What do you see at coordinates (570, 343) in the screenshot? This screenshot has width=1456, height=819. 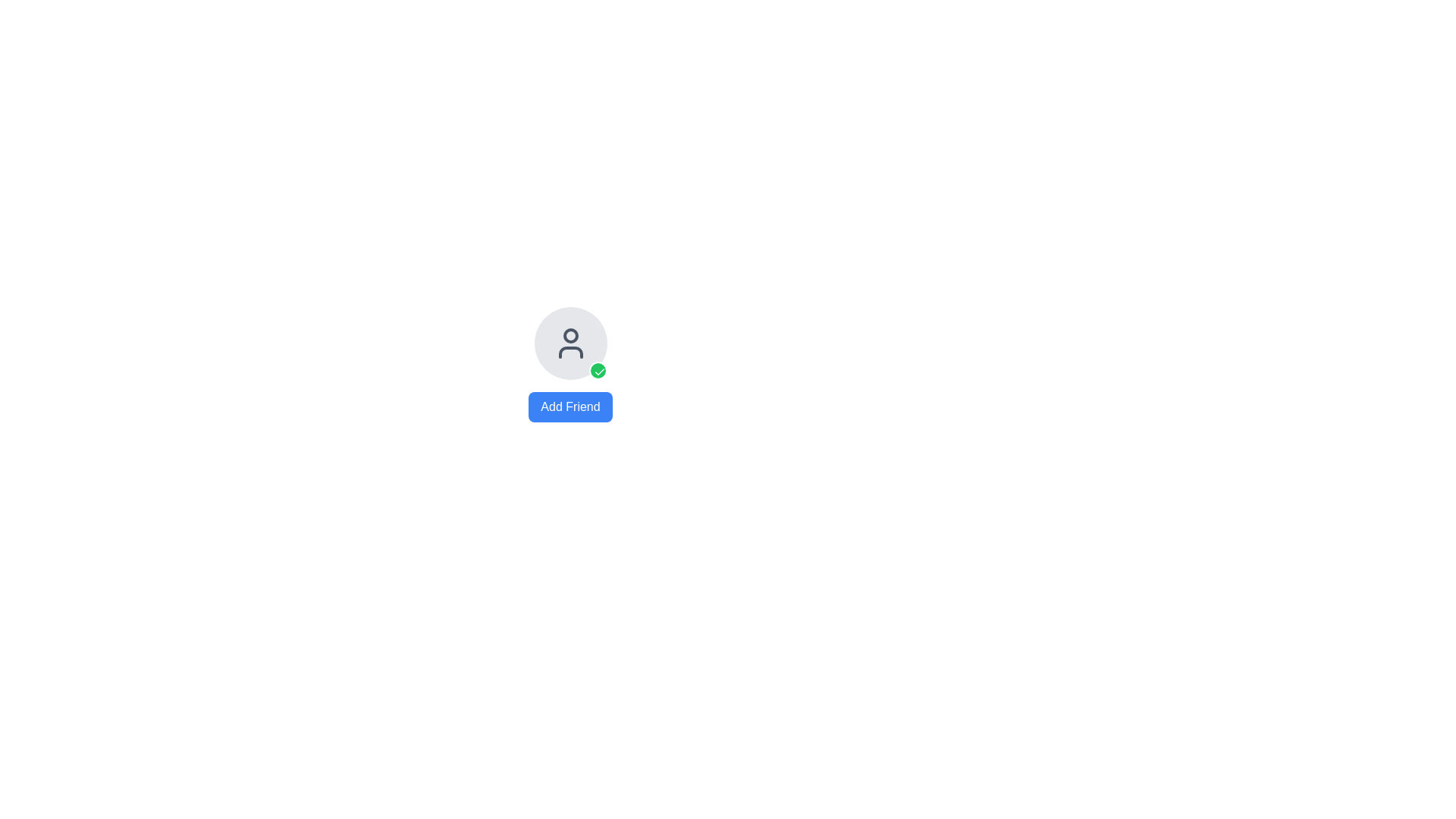 I see `Profile Avatar element, which represents a user profile with a green badge indicating active or verified status, located above the 'Add Friend' button` at bounding box center [570, 343].